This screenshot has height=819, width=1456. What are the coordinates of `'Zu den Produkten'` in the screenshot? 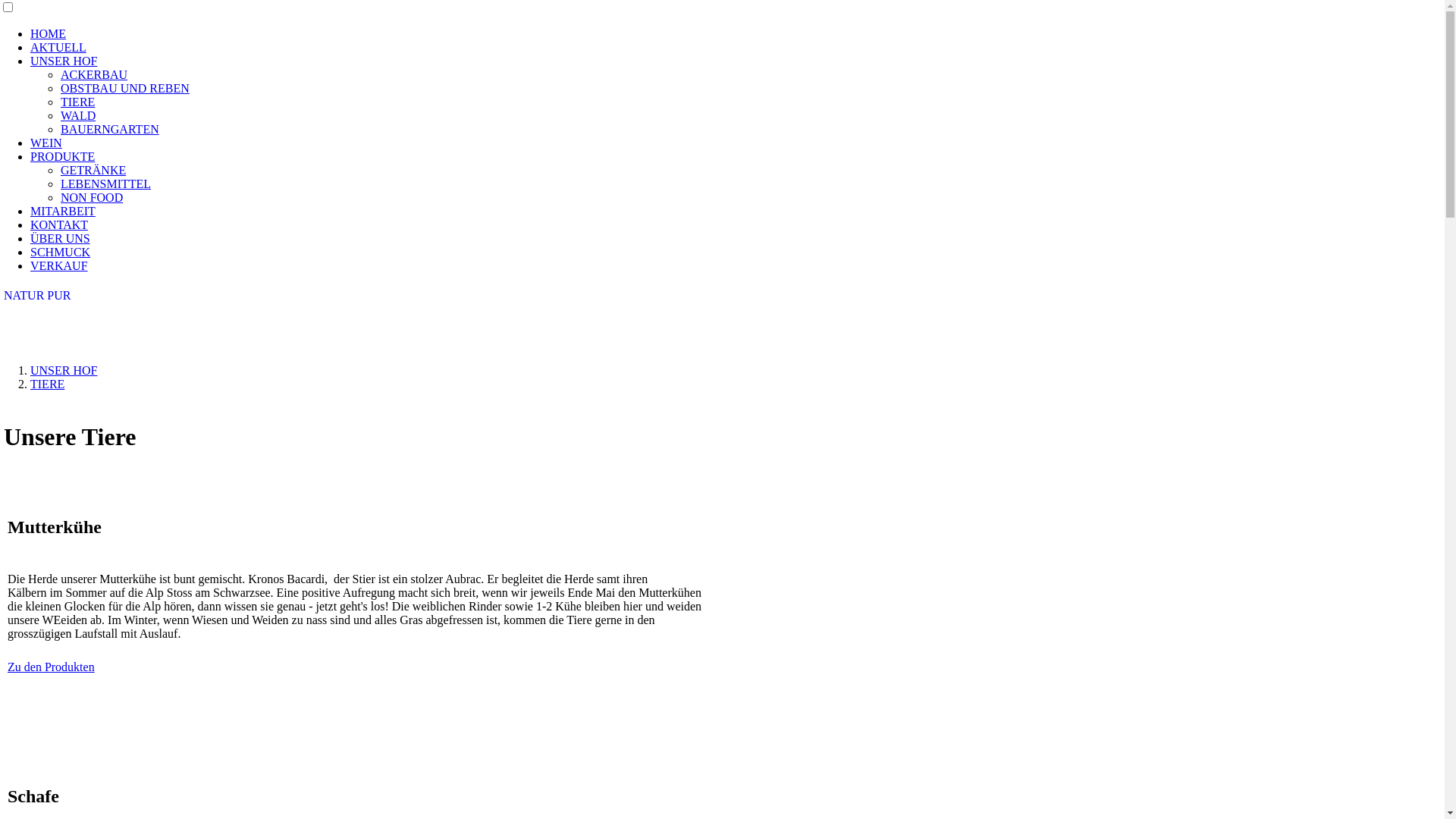 It's located at (51, 666).